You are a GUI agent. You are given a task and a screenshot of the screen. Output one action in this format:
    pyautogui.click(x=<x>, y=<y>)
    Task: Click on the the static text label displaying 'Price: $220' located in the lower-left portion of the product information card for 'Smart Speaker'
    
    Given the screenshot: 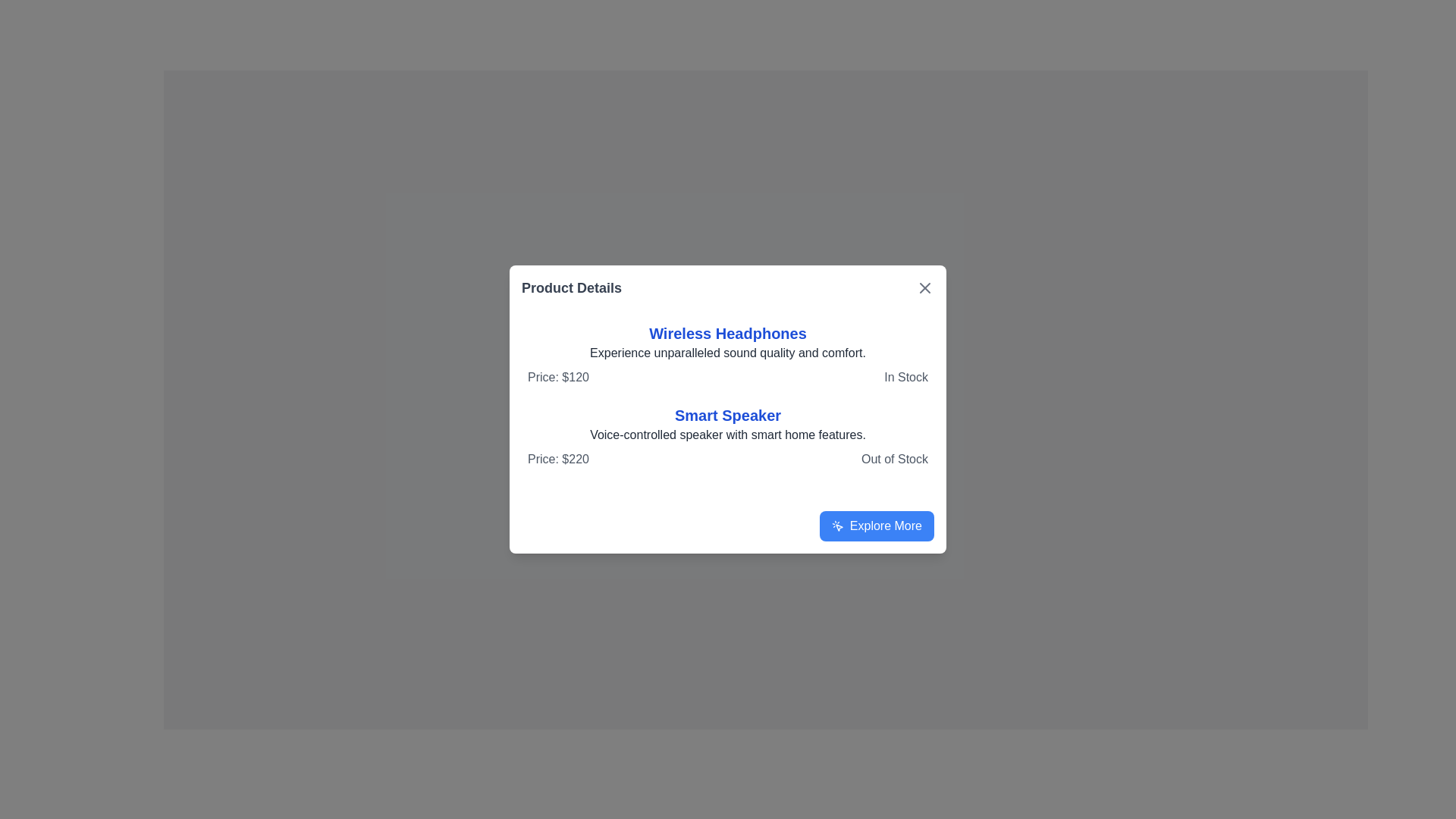 What is the action you would take?
    pyautogui.click(x=557, y=458)
    